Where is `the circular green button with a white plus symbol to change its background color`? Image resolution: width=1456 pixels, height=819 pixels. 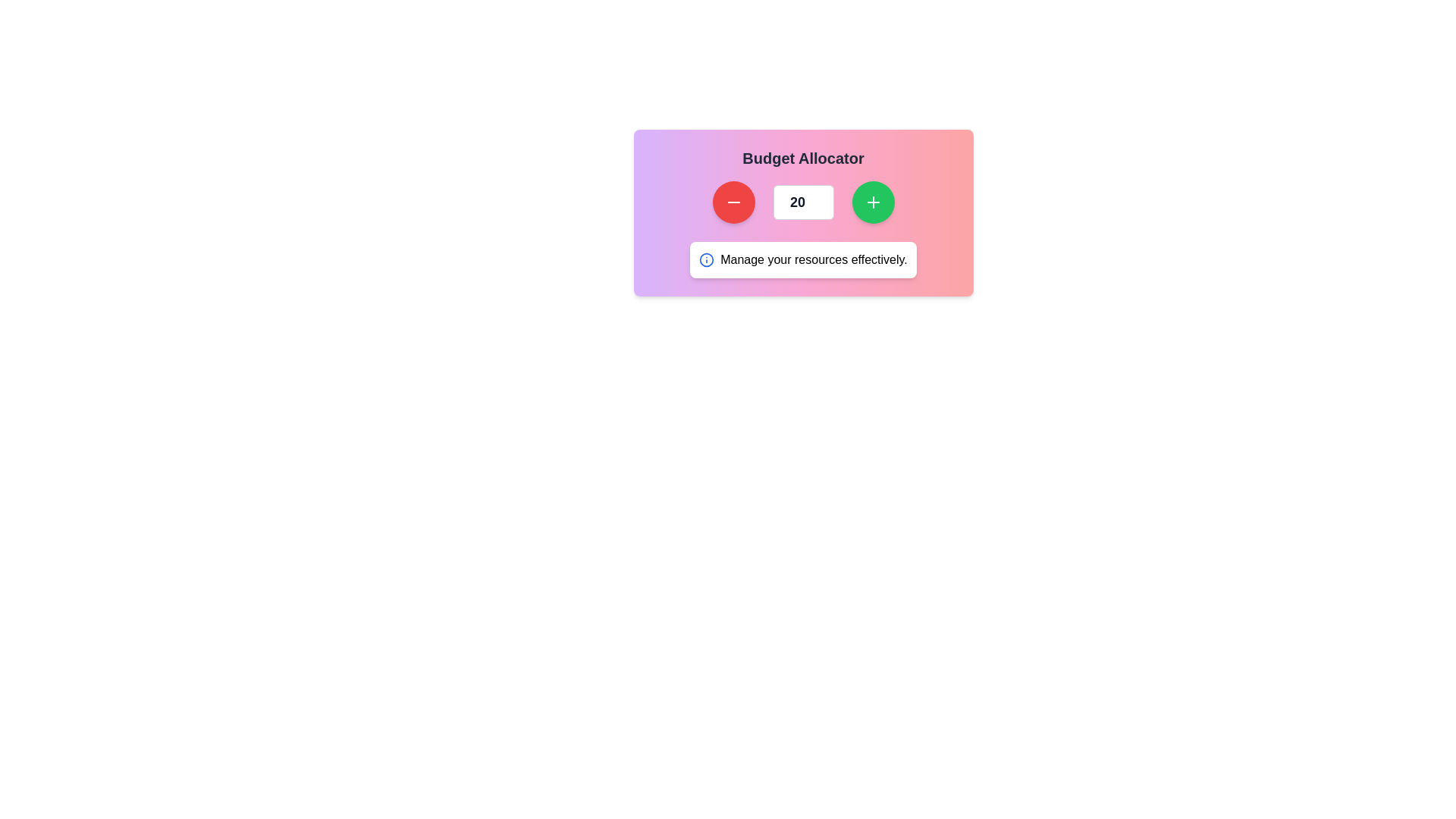
the circular green button with a white plus symbol to change its background color is located at coordinates (873, 201).